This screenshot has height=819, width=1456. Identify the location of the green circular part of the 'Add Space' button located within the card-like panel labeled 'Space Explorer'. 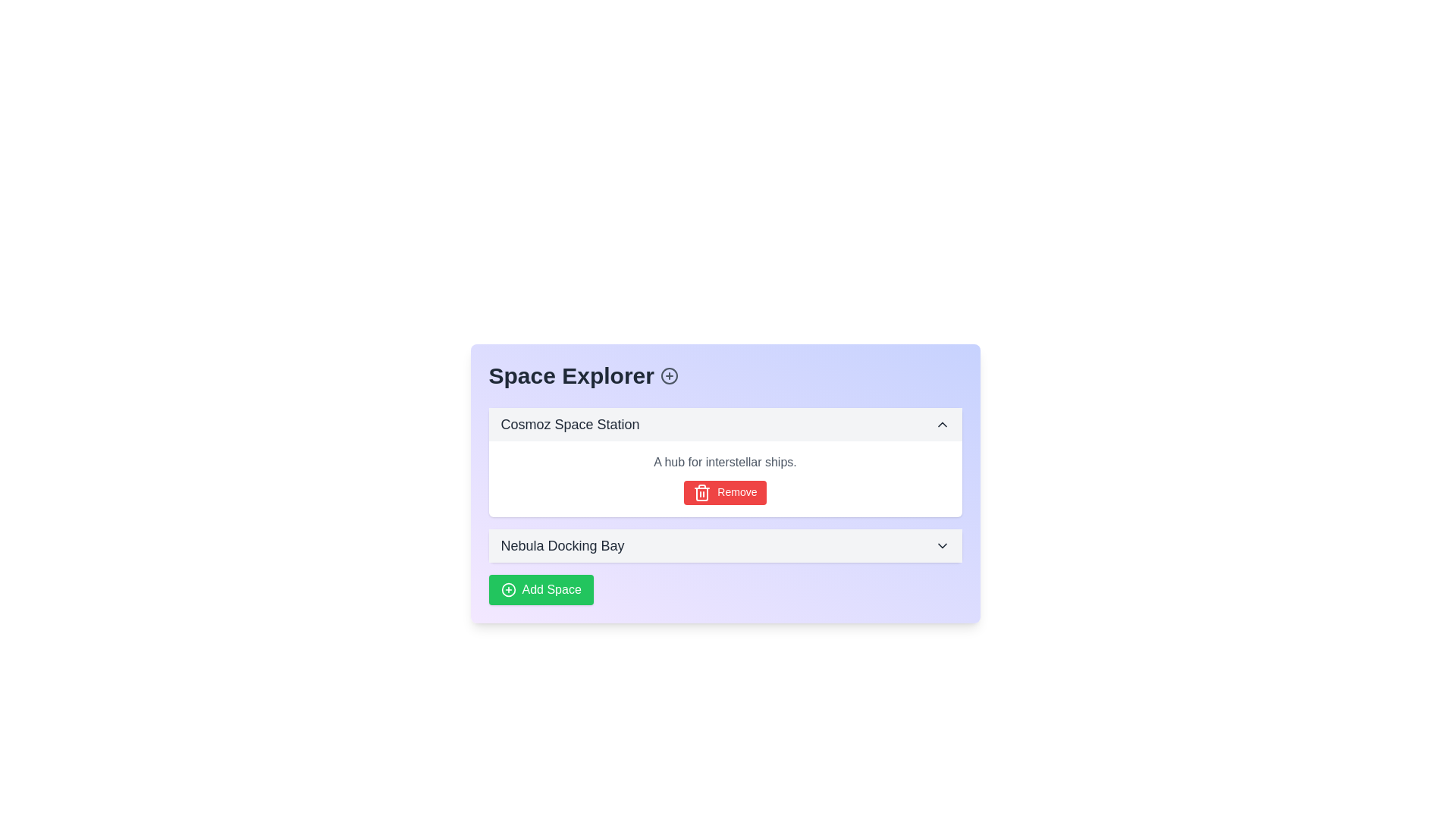
(508, 589).